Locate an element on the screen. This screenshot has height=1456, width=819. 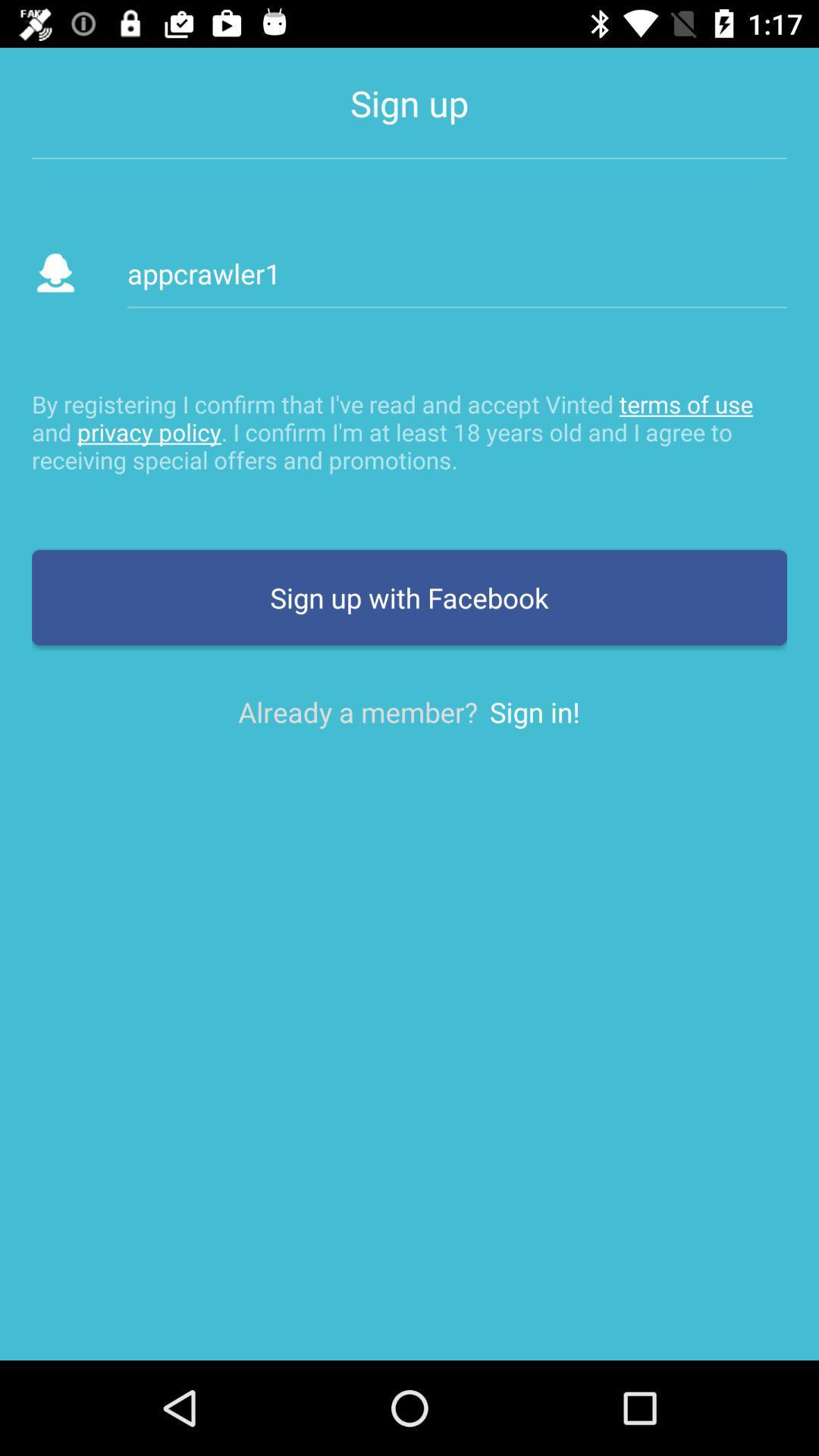
appcrawler1 is located at coordinates (456, 273).